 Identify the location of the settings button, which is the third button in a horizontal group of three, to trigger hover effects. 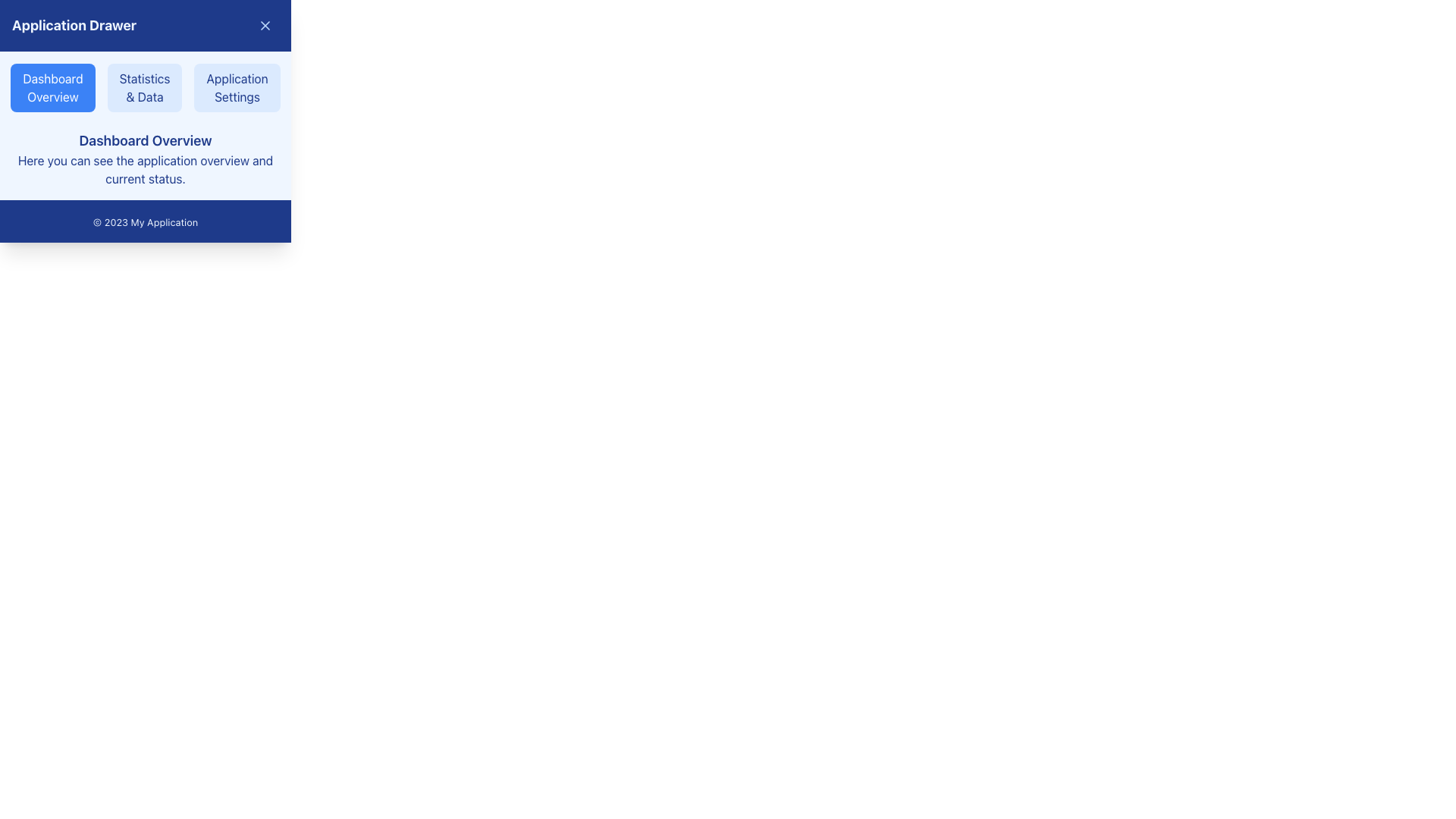
(237, 87).